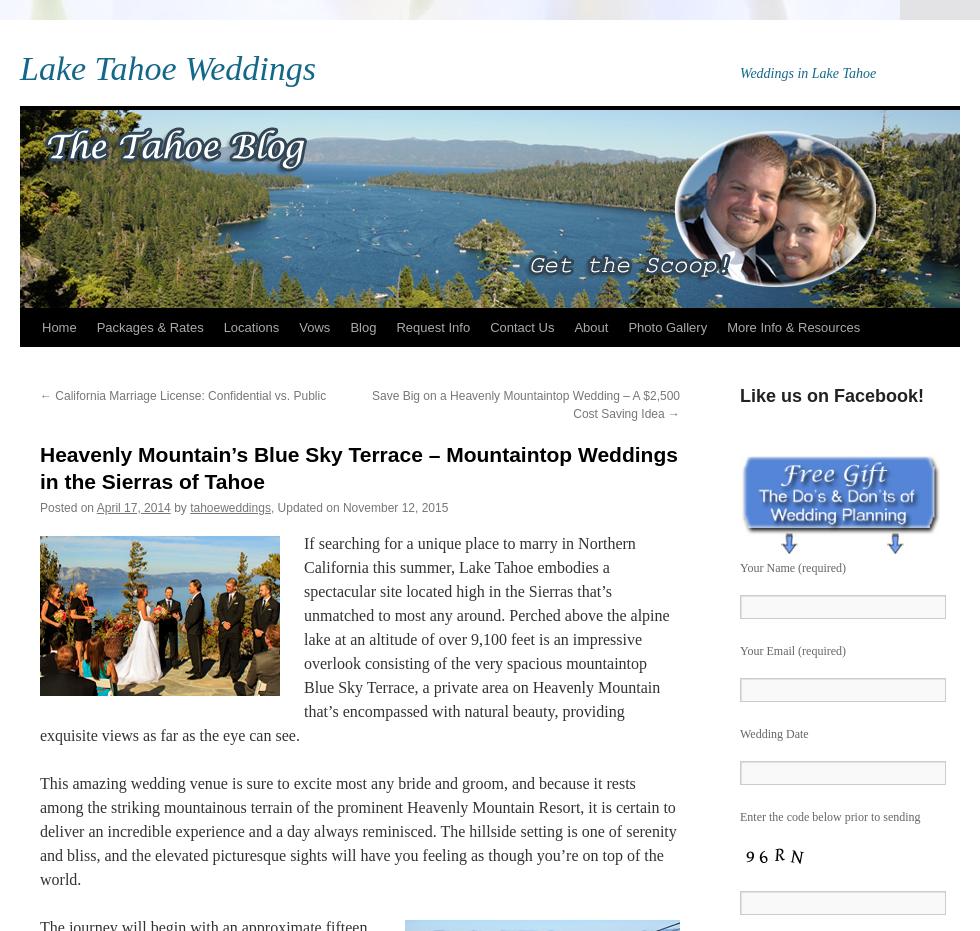 The image size is (980, 931). Describe the element at coordinates (829, 815) in the screenshot. I see `'Enter the code below prior to sending'` at that location.